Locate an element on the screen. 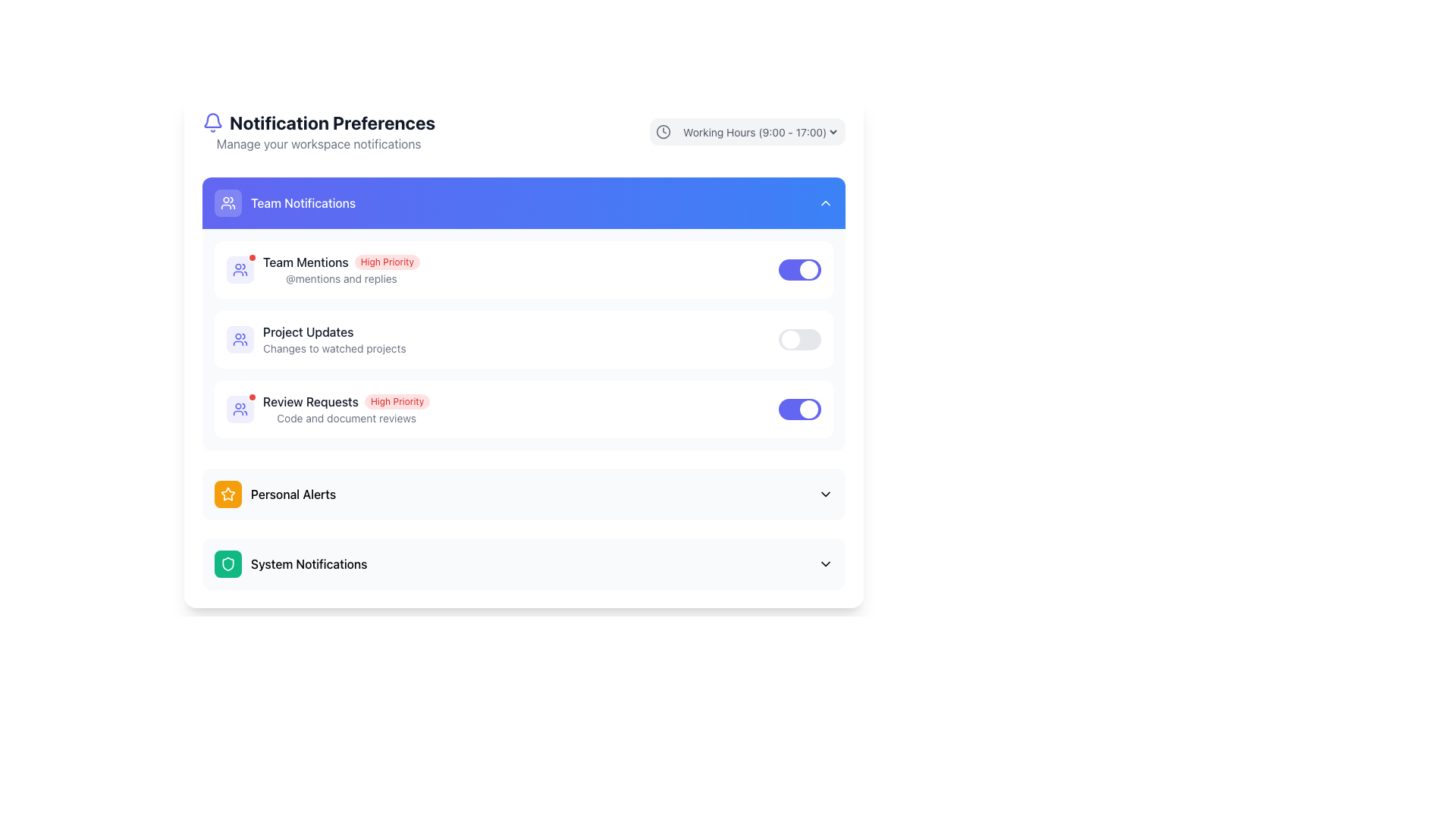  the 'Project Updates' text label in the 'Team Notifications' section is located at coordinates (307, 331).